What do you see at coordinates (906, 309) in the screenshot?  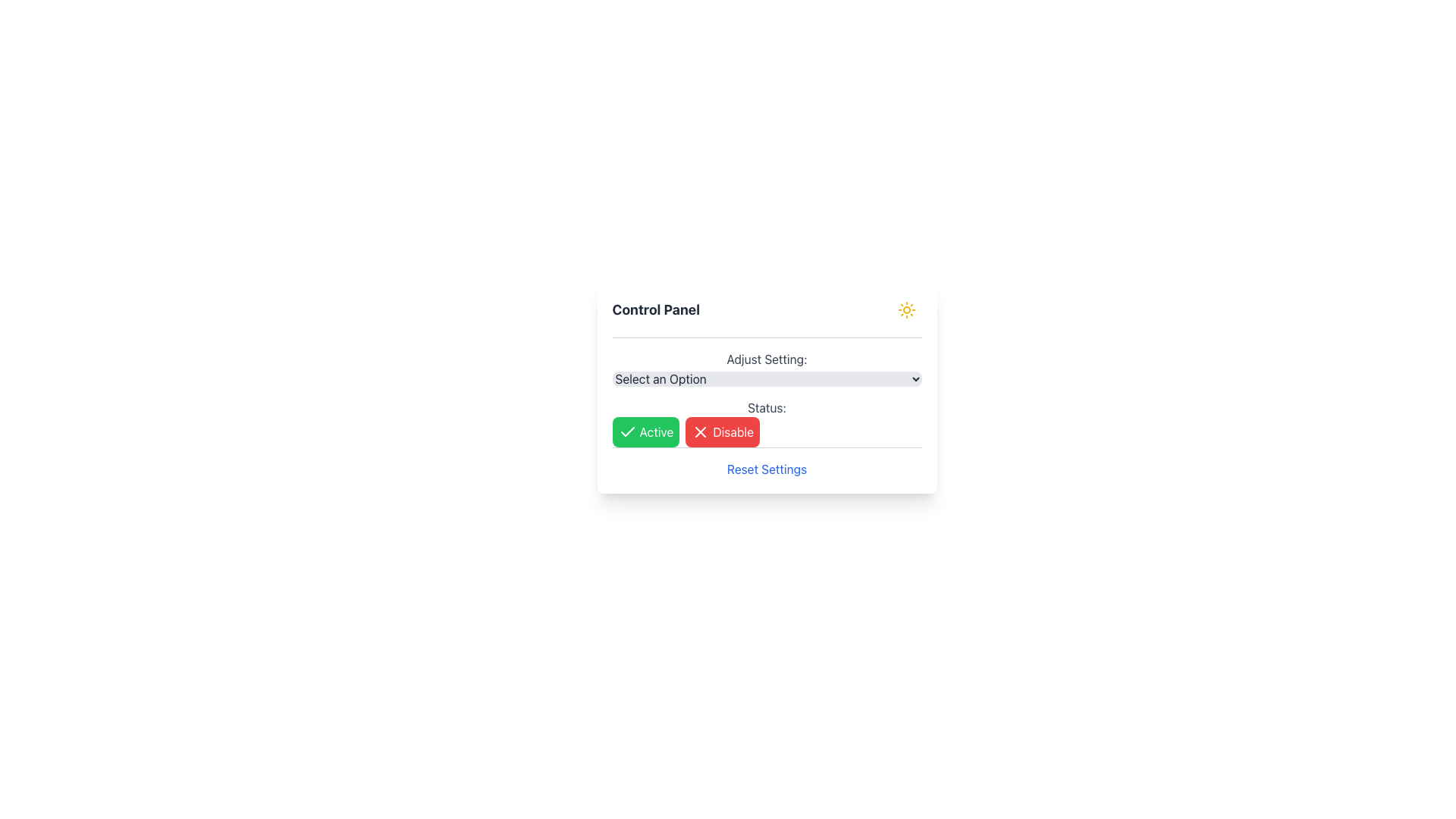 I see `the button located at the top right corner of the 'Control Panel' section` at bounding box center [906, 309].